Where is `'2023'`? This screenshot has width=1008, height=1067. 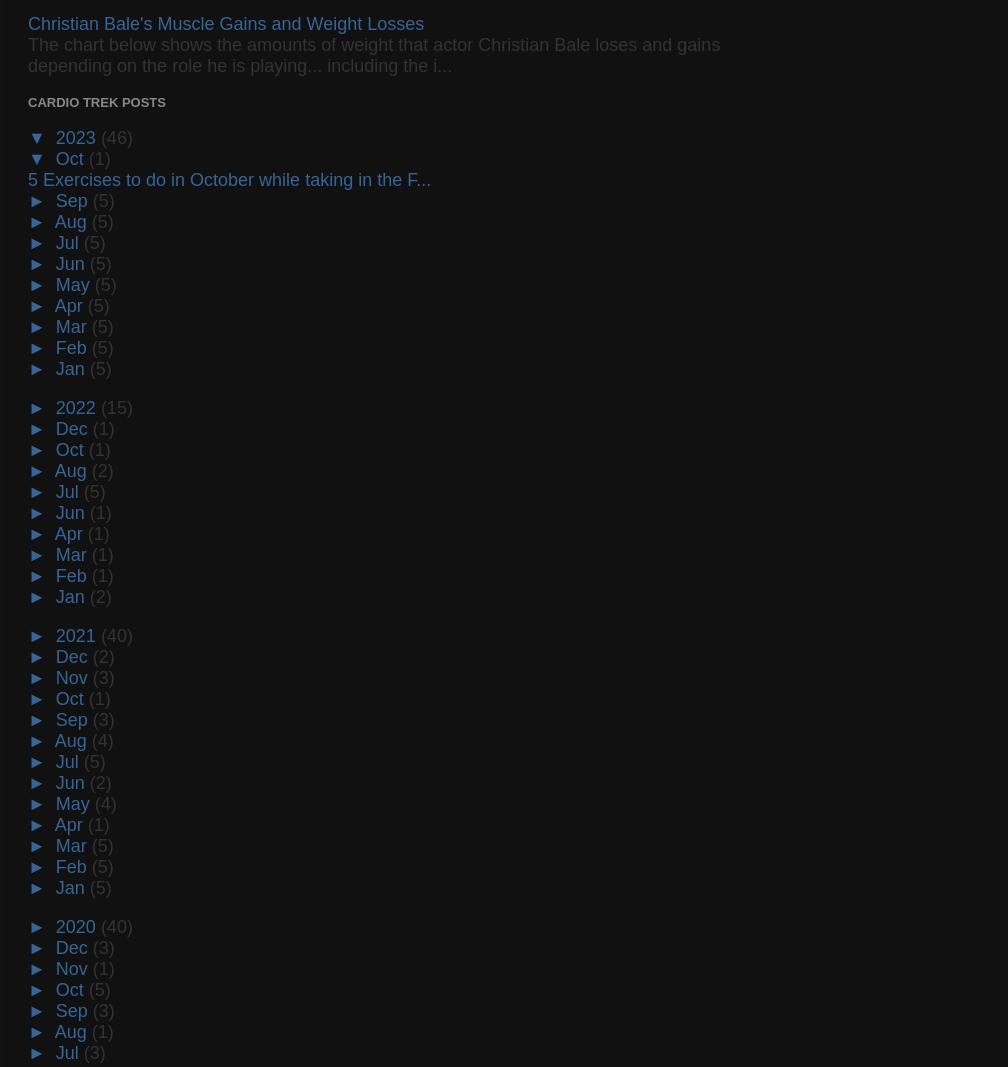
'2023' is located at coordinates (77, 136).